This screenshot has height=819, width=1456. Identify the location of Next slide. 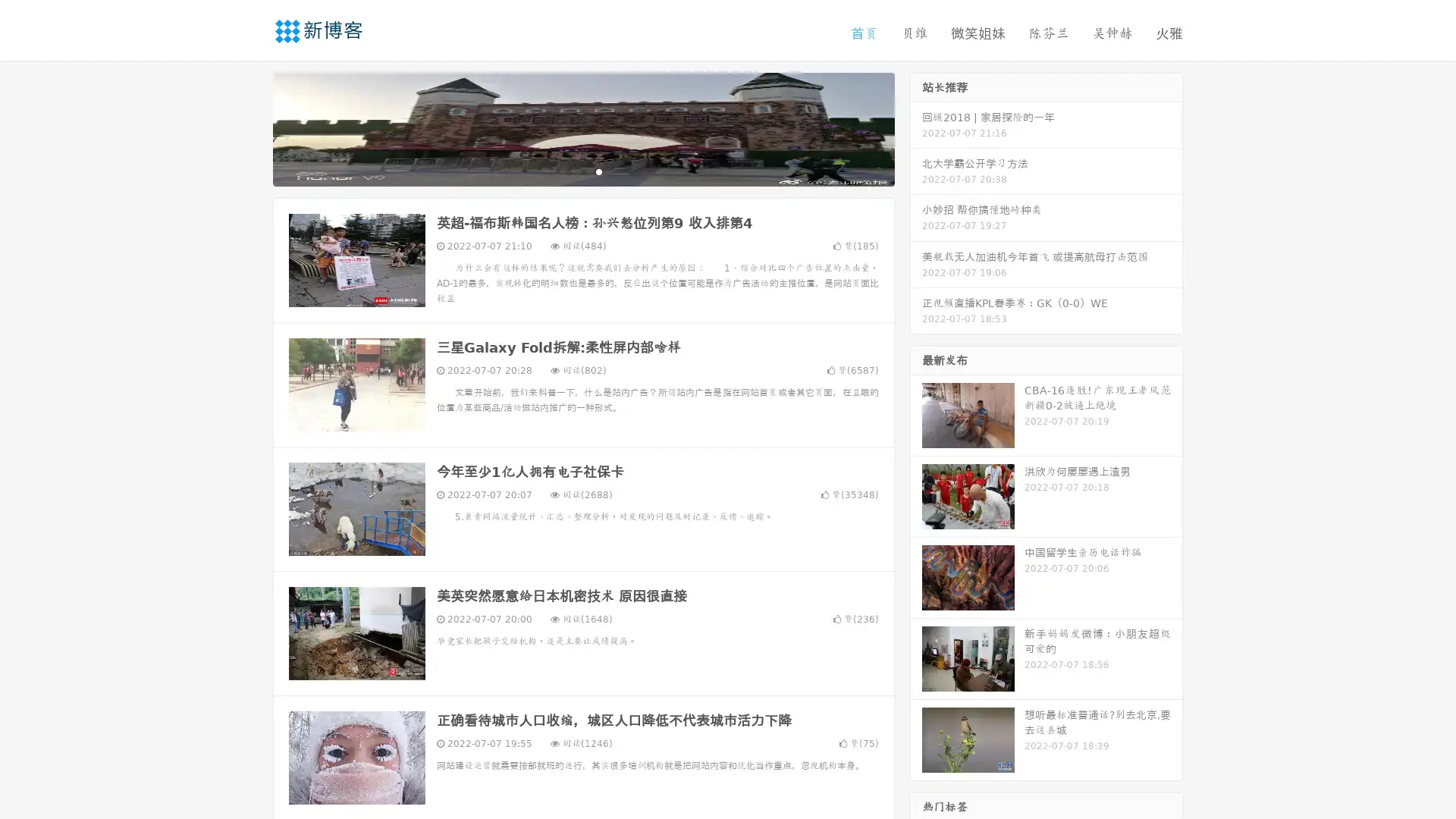
(916, 127).